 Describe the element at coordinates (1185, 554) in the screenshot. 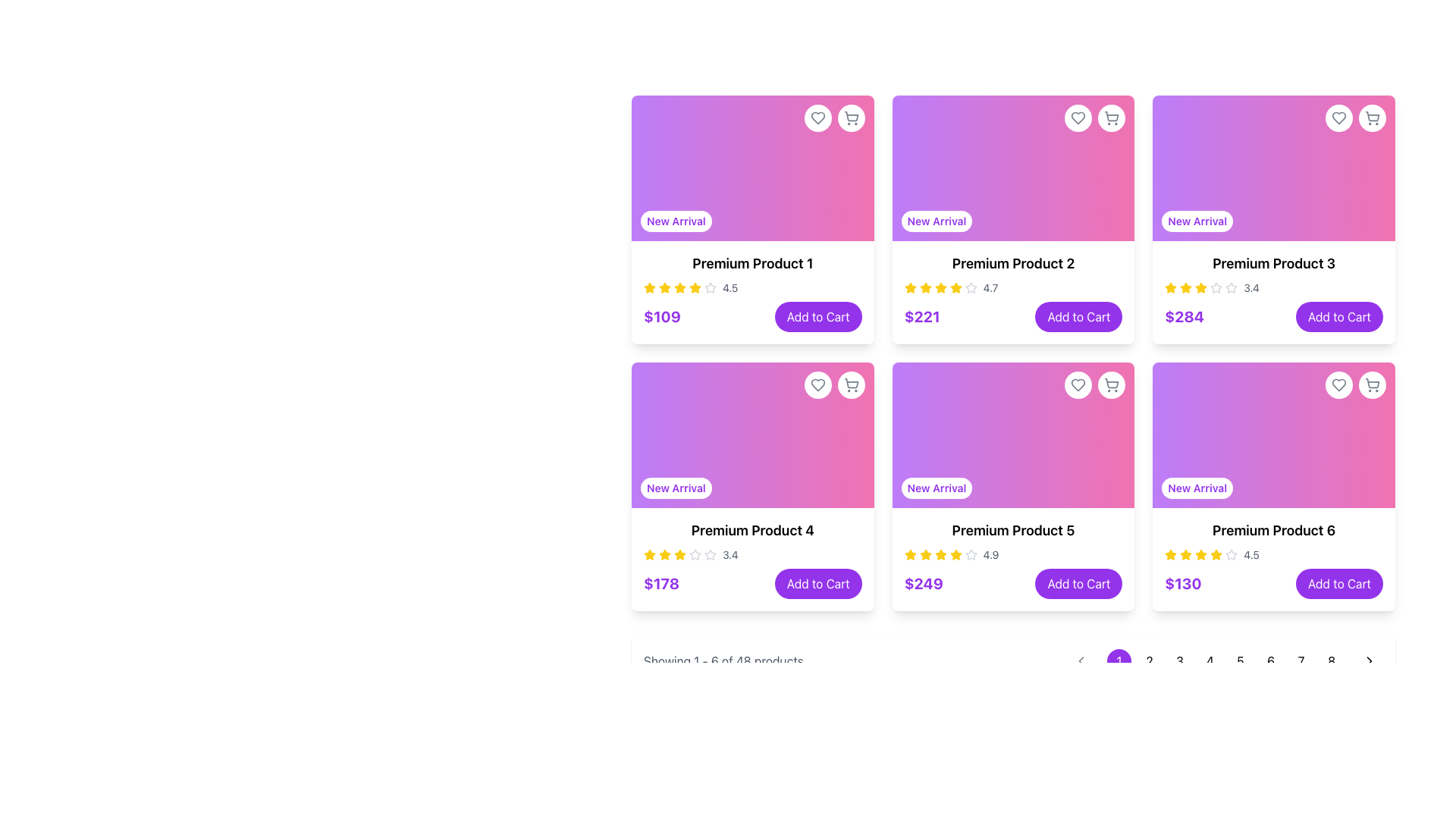

I see `the rating icon for the sixth product in the bottom-right corner of the 2x3 product grid` at that location.